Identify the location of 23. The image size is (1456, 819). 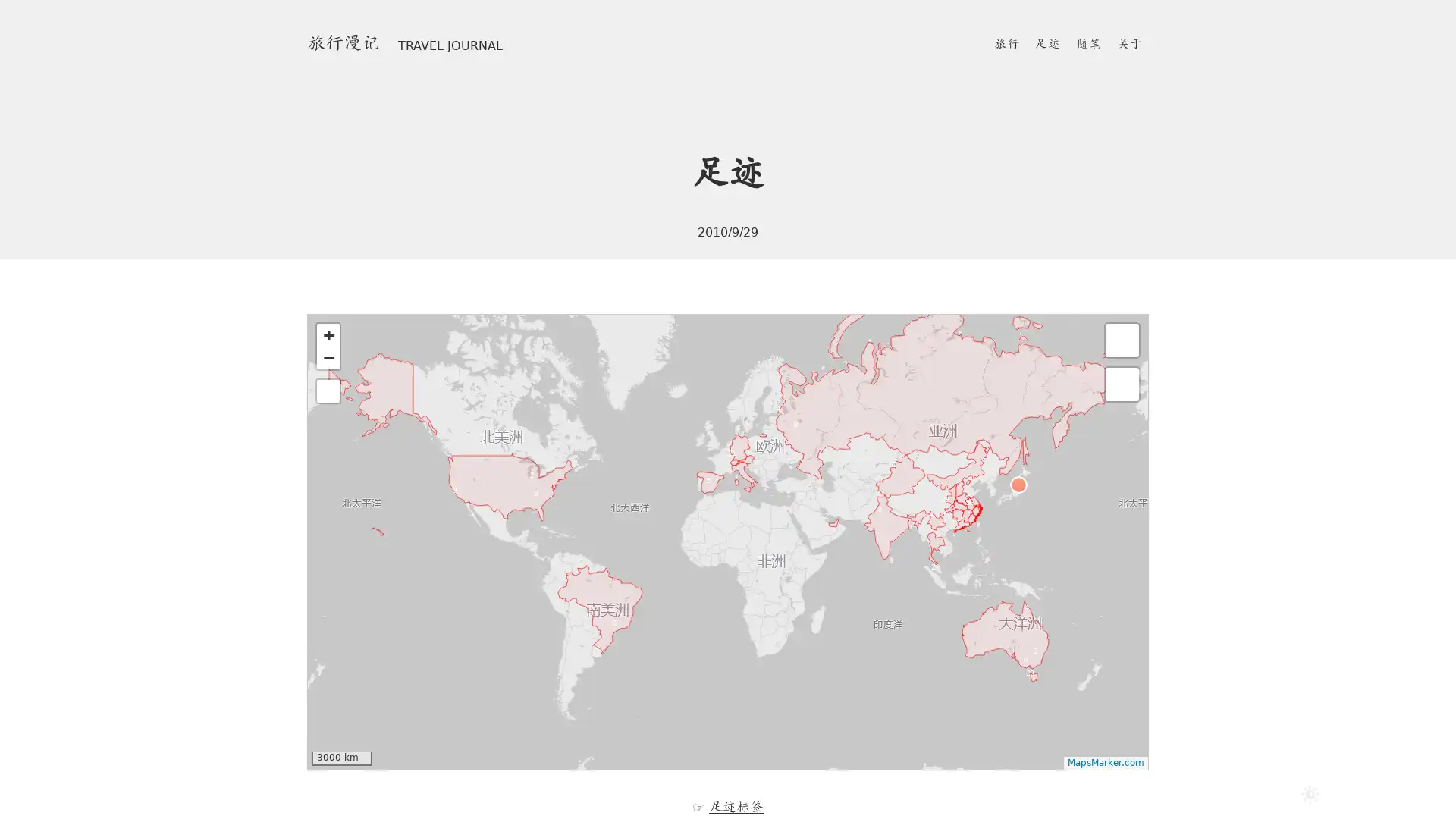
(949, 504).